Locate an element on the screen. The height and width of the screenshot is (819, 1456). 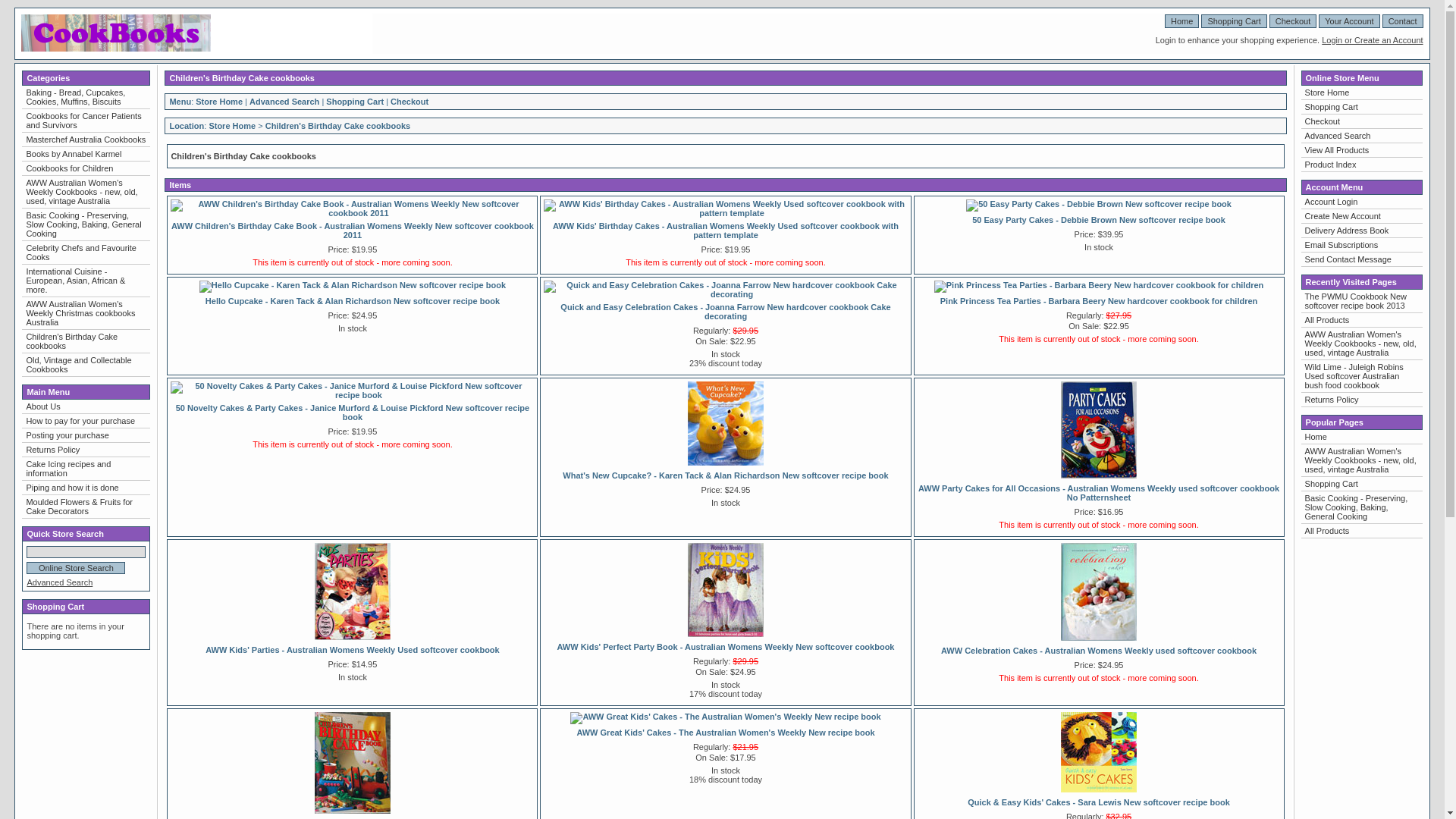
'Login or Create an Account' is located at coordinates (1372, 39).